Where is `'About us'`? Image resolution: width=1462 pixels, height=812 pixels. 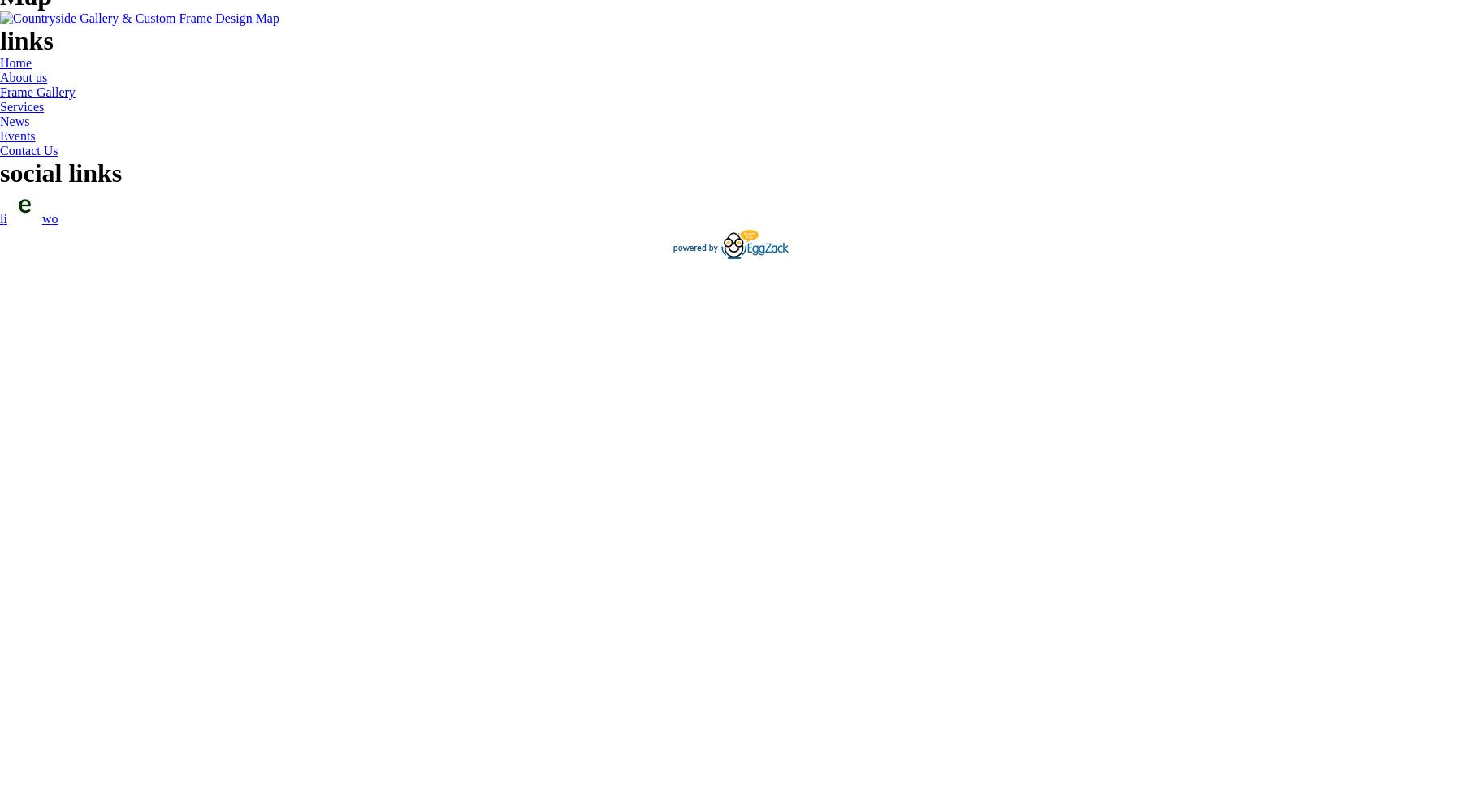
'About us' is located at coordinates (22, 76).